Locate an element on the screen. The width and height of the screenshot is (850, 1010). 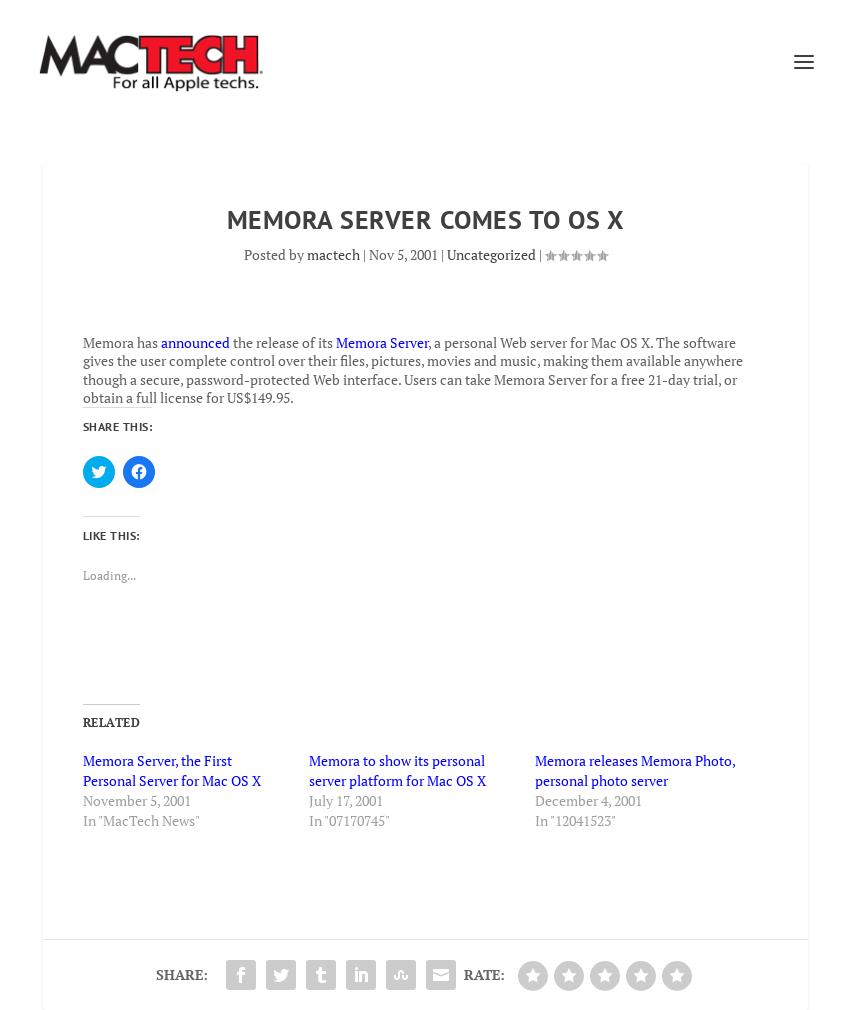
'Share this:' is located at coordinates (115, 425).